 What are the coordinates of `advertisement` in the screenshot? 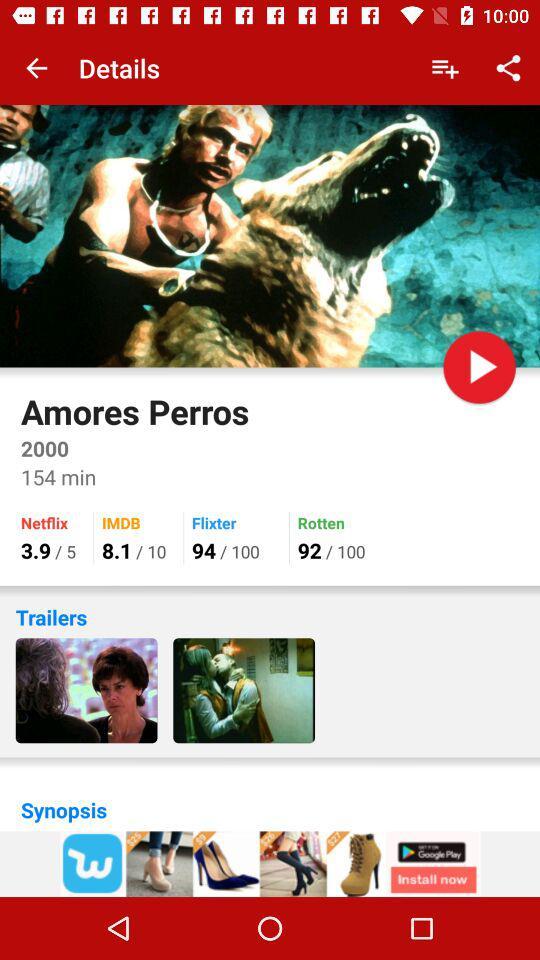 It's located at (270, 863).